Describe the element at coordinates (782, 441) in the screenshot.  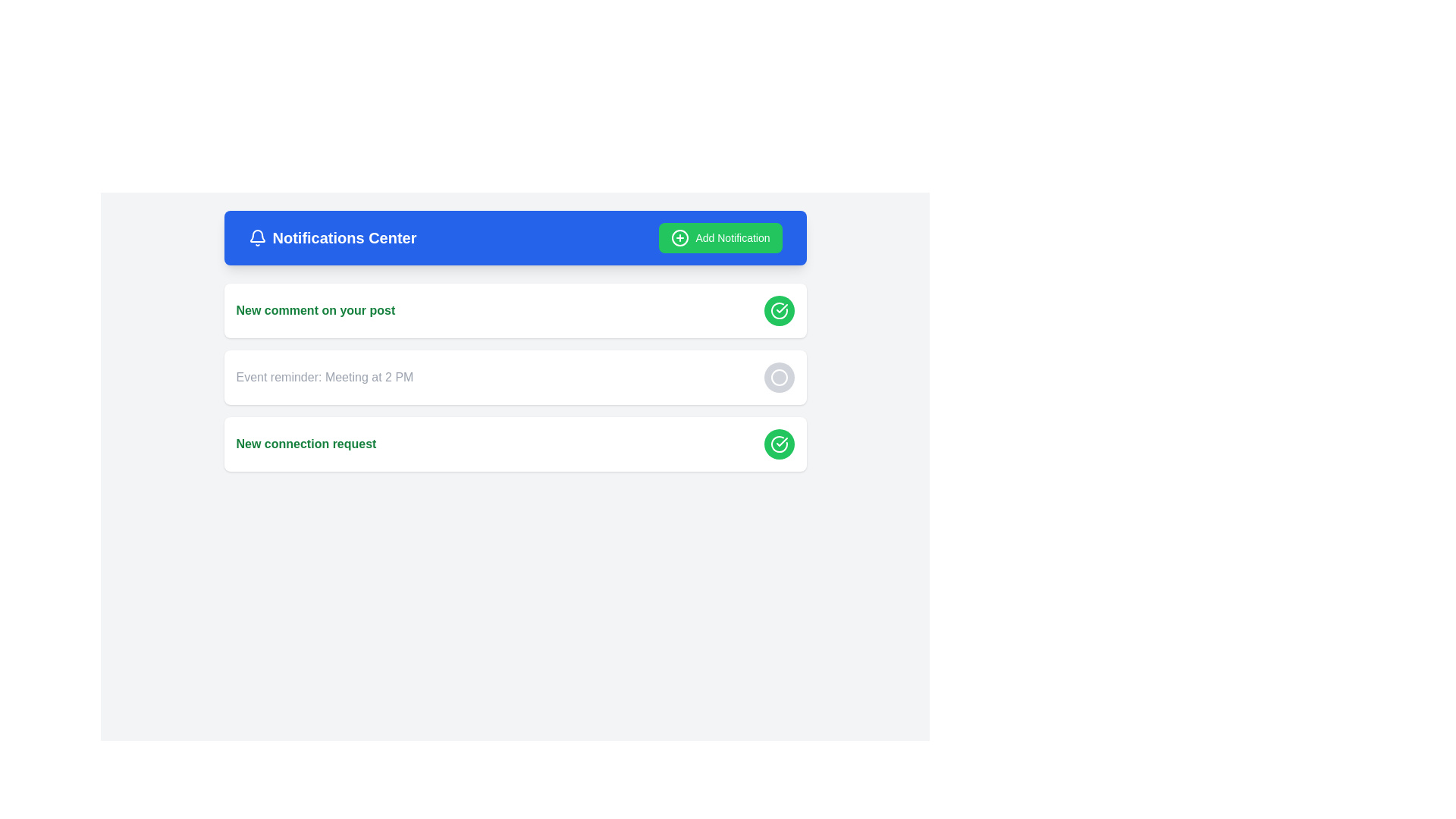
I see `the visual indication of the checkmark icon, which is a small graphic styled with a curved and linear design, located near the upper right corner of the first notification entry in the list` at that location.